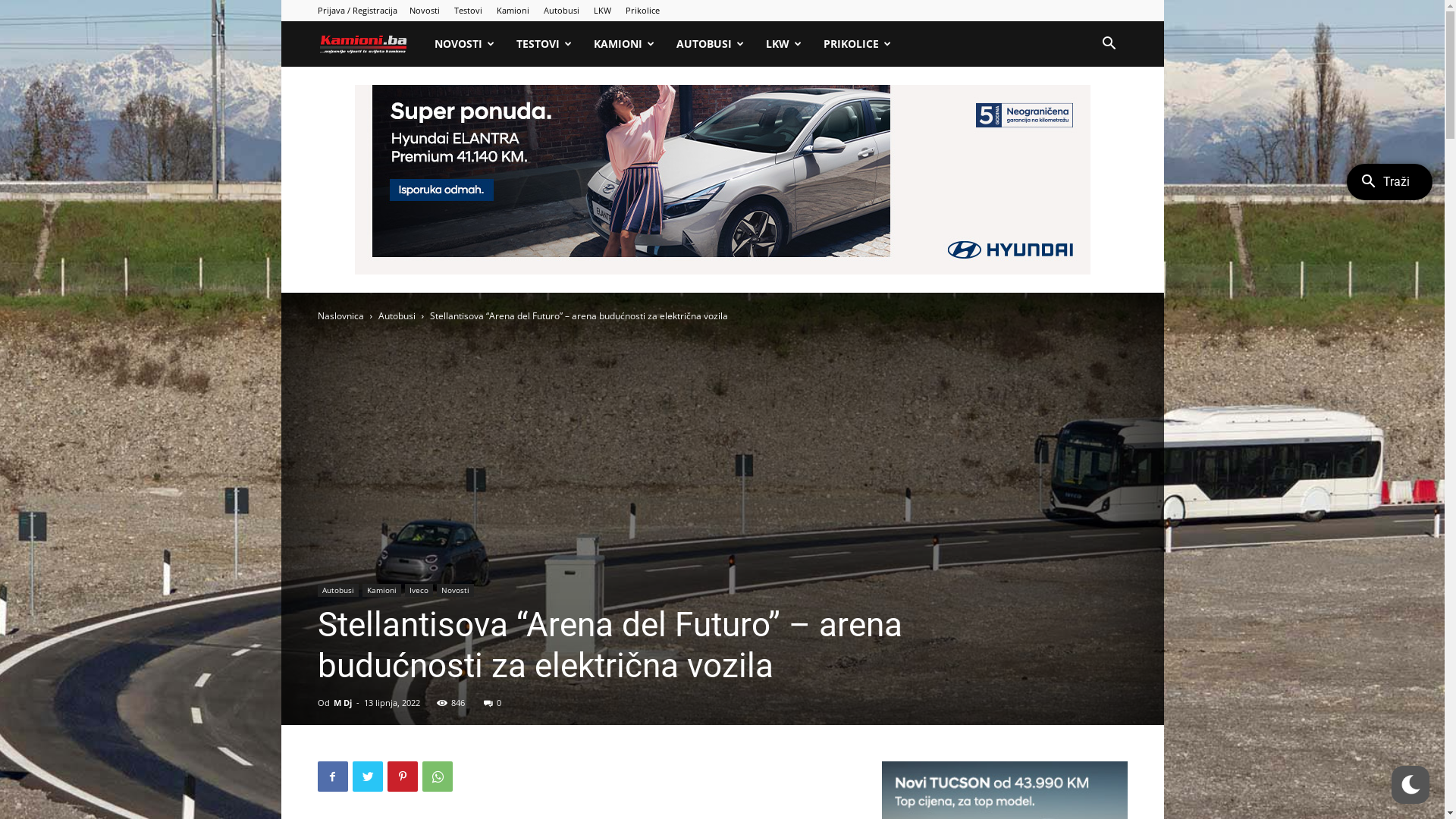  Describe the element at coordinates (624, 42) in the screenshot. I see `'KAMIONI'` at that location.